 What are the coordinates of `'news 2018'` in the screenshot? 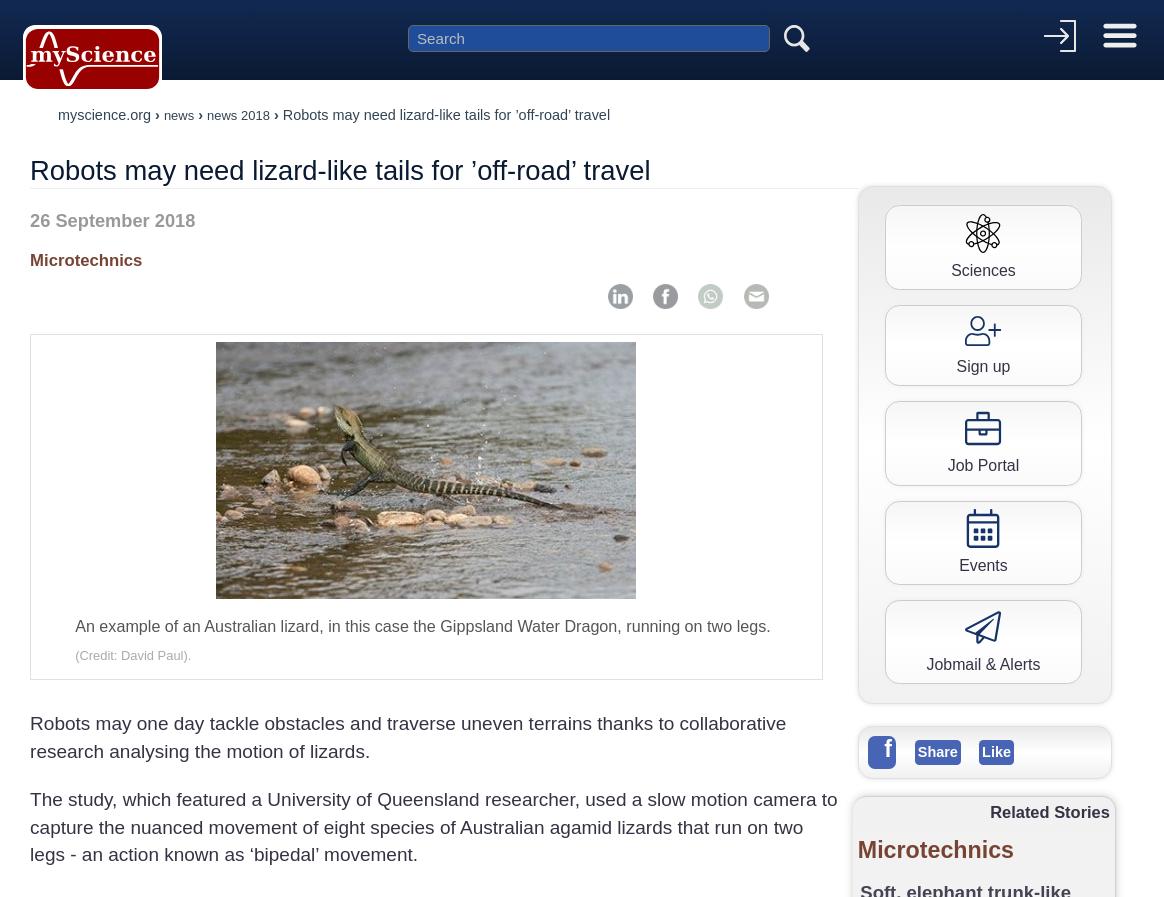 It's located at (238, 114).